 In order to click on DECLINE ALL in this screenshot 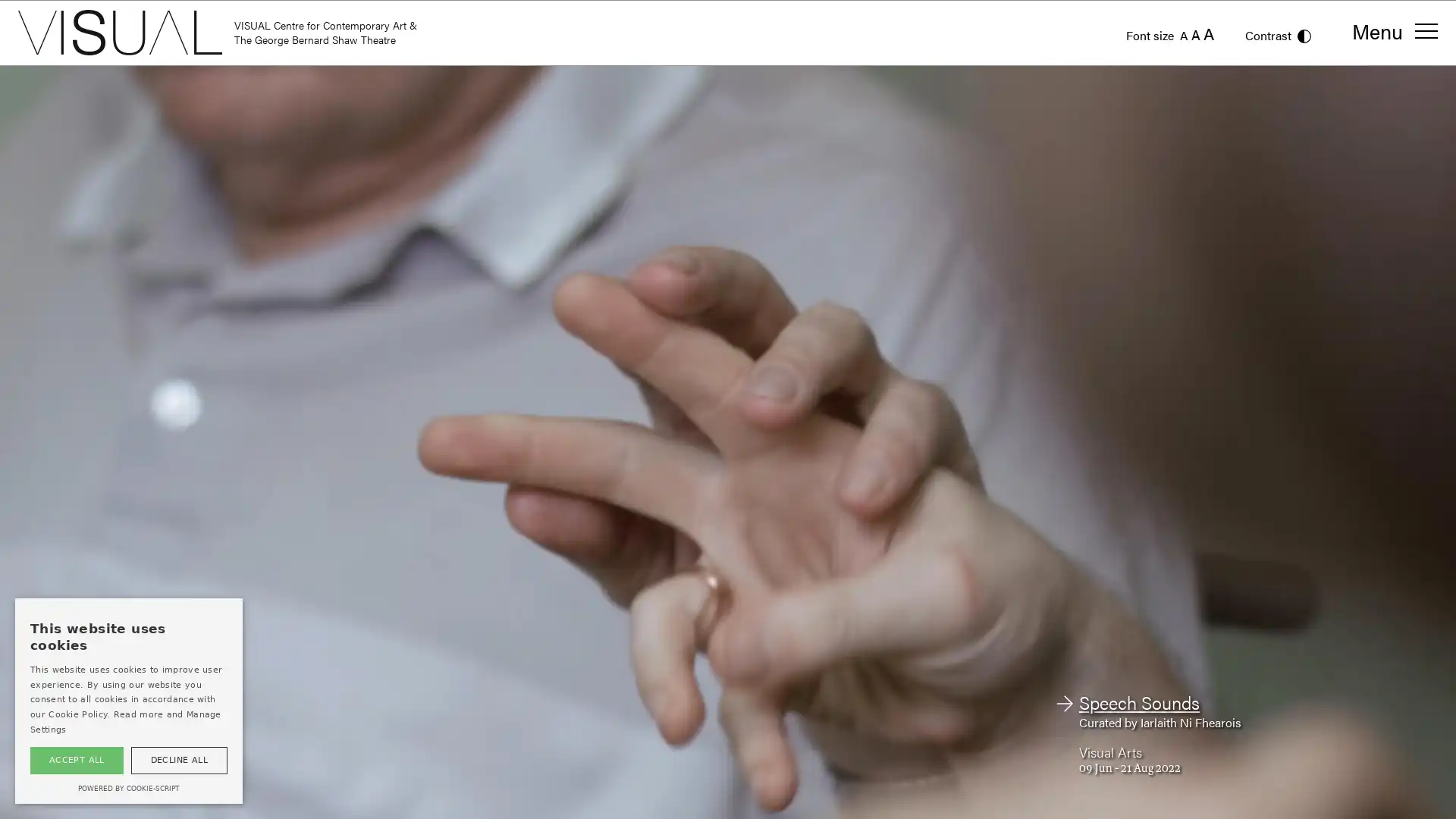, I will do `click(178, 760)`.